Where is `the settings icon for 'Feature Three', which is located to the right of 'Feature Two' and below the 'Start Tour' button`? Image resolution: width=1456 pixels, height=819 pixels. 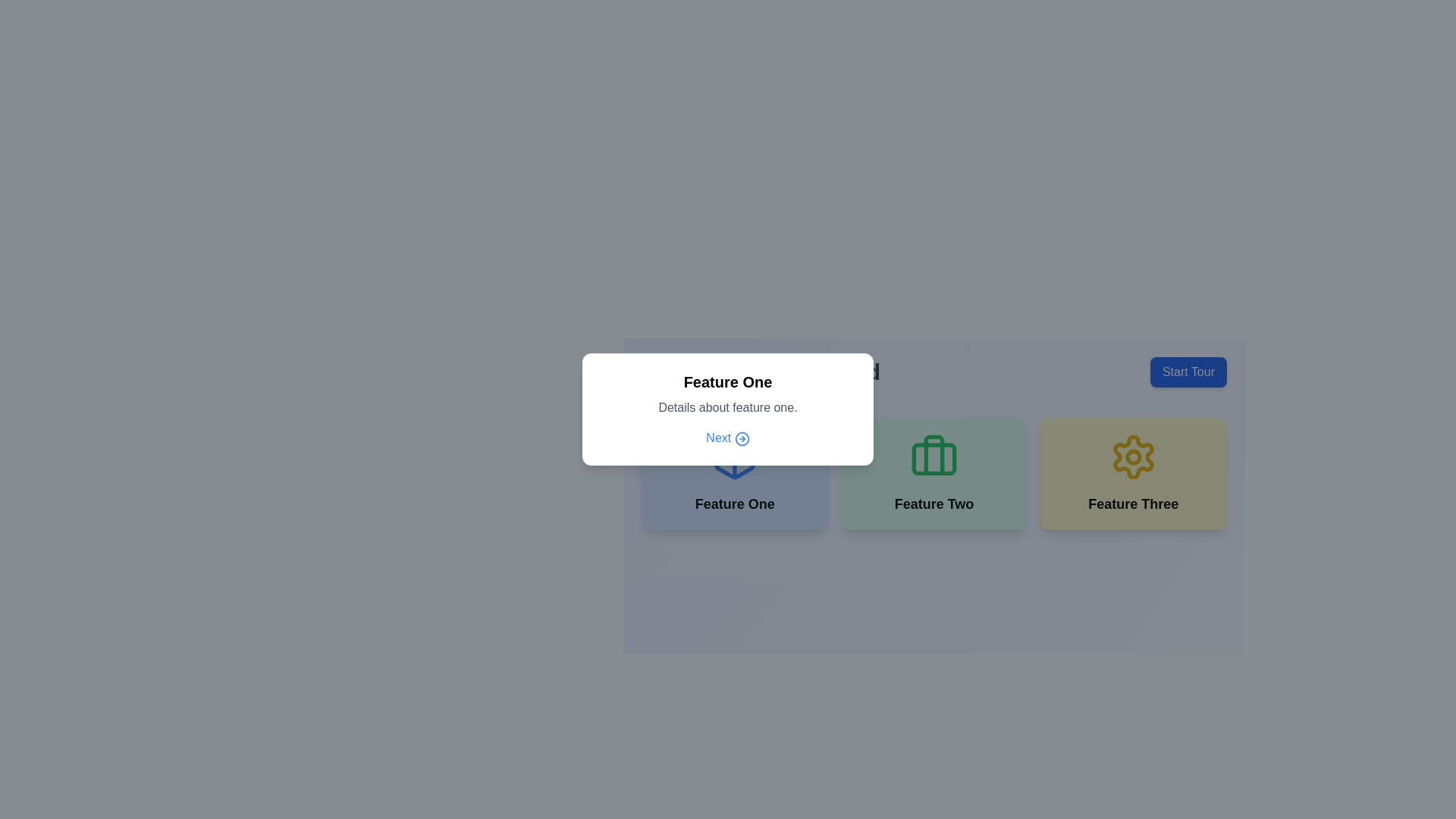 the settings icon for 'Feature Three', which is located to the right of 'Feature Two' and below the 'Start Tour' button is located at coordinates (1133, 456).